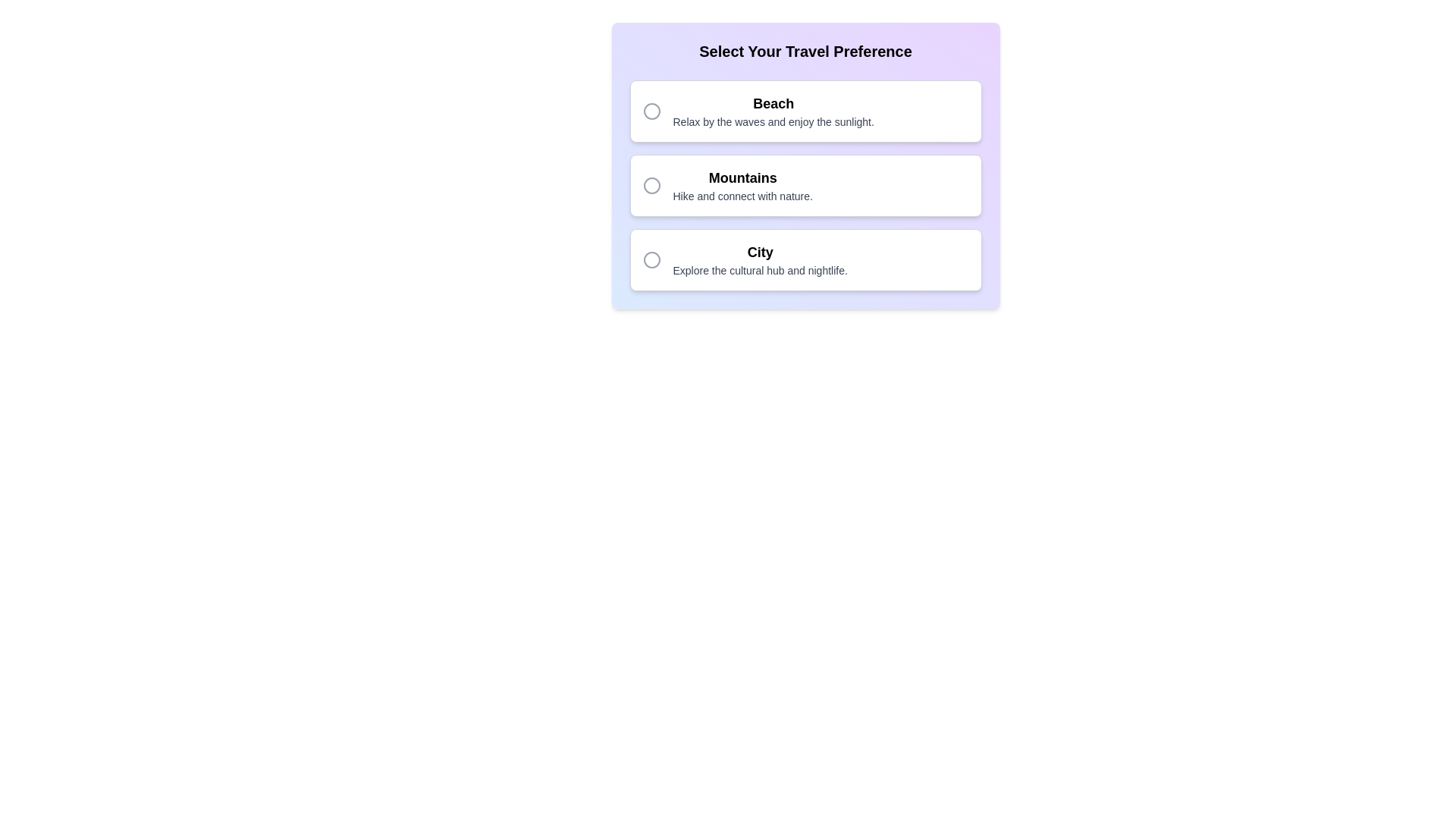  I want to click on the 'Mountains' radio button in the preference selection menu, so click(805, 185).